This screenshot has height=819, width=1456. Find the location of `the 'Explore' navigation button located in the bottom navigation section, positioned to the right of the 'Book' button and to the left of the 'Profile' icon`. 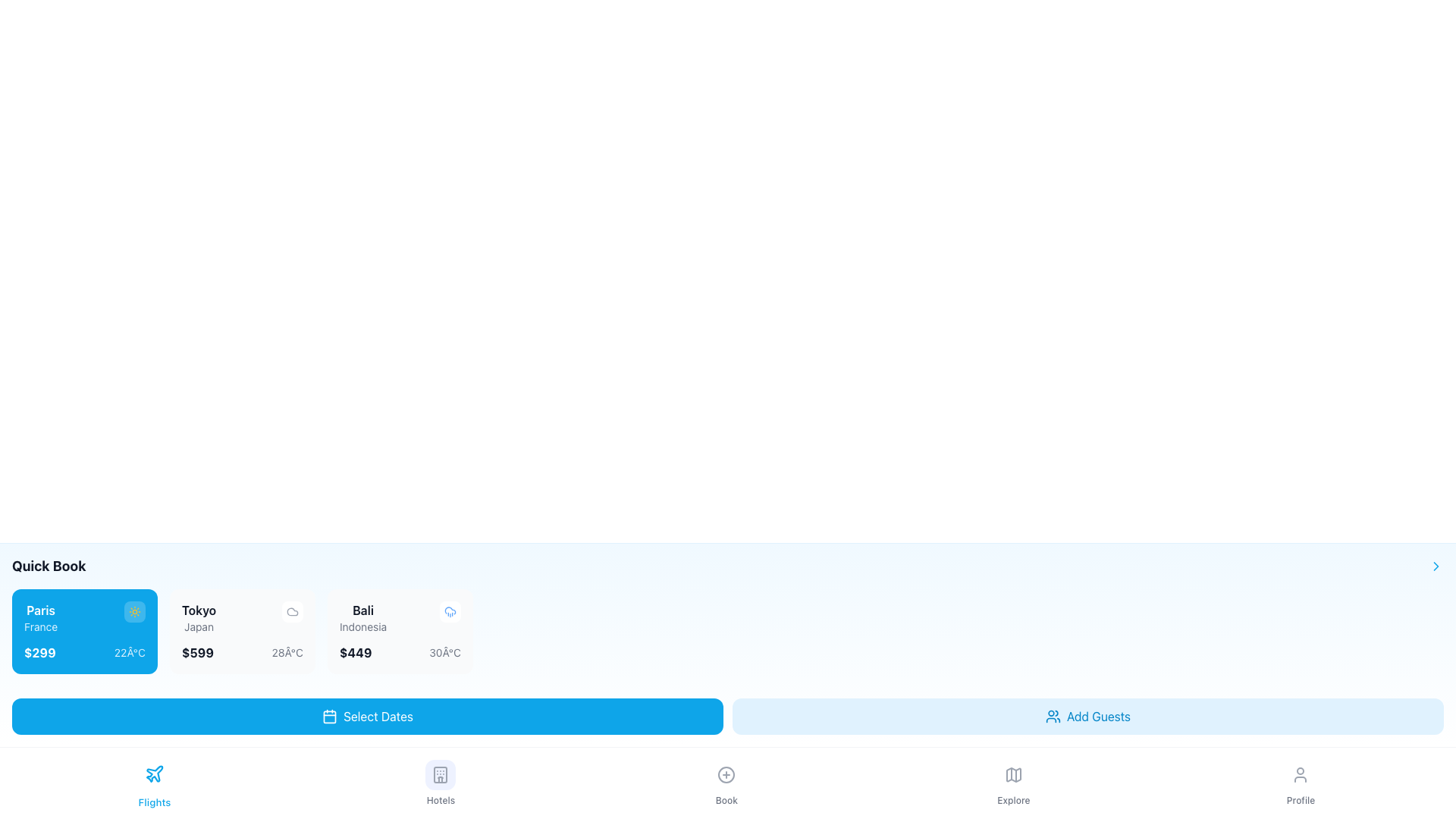

the 'Explore' navigation button located in the bottom navigation section, positioned to the right of the 'Book' button and to the left of the 'Profile' icon is located at coordinates (1013, 783).